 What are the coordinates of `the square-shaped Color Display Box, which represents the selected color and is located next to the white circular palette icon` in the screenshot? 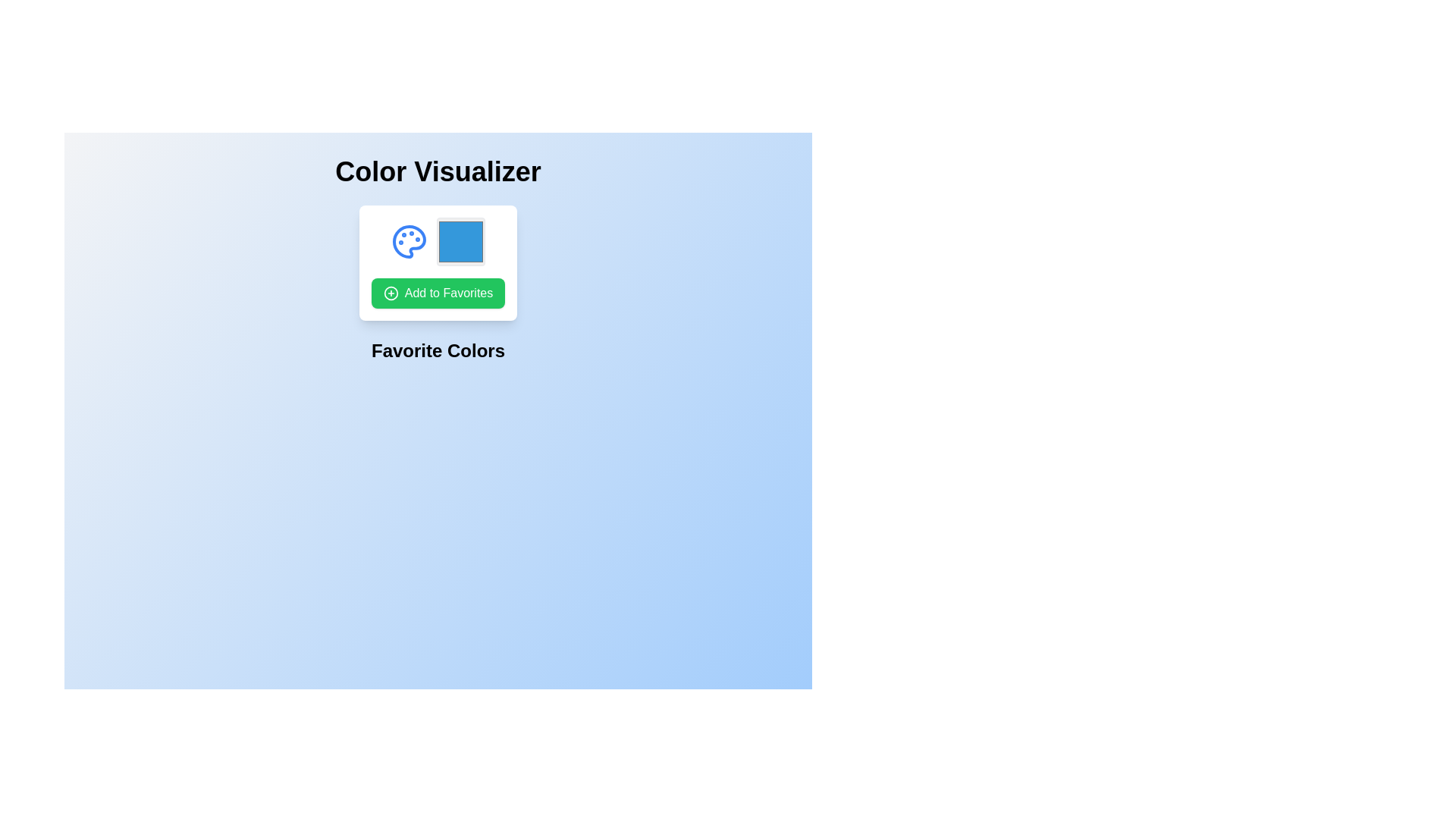 It's located at (437, 262).